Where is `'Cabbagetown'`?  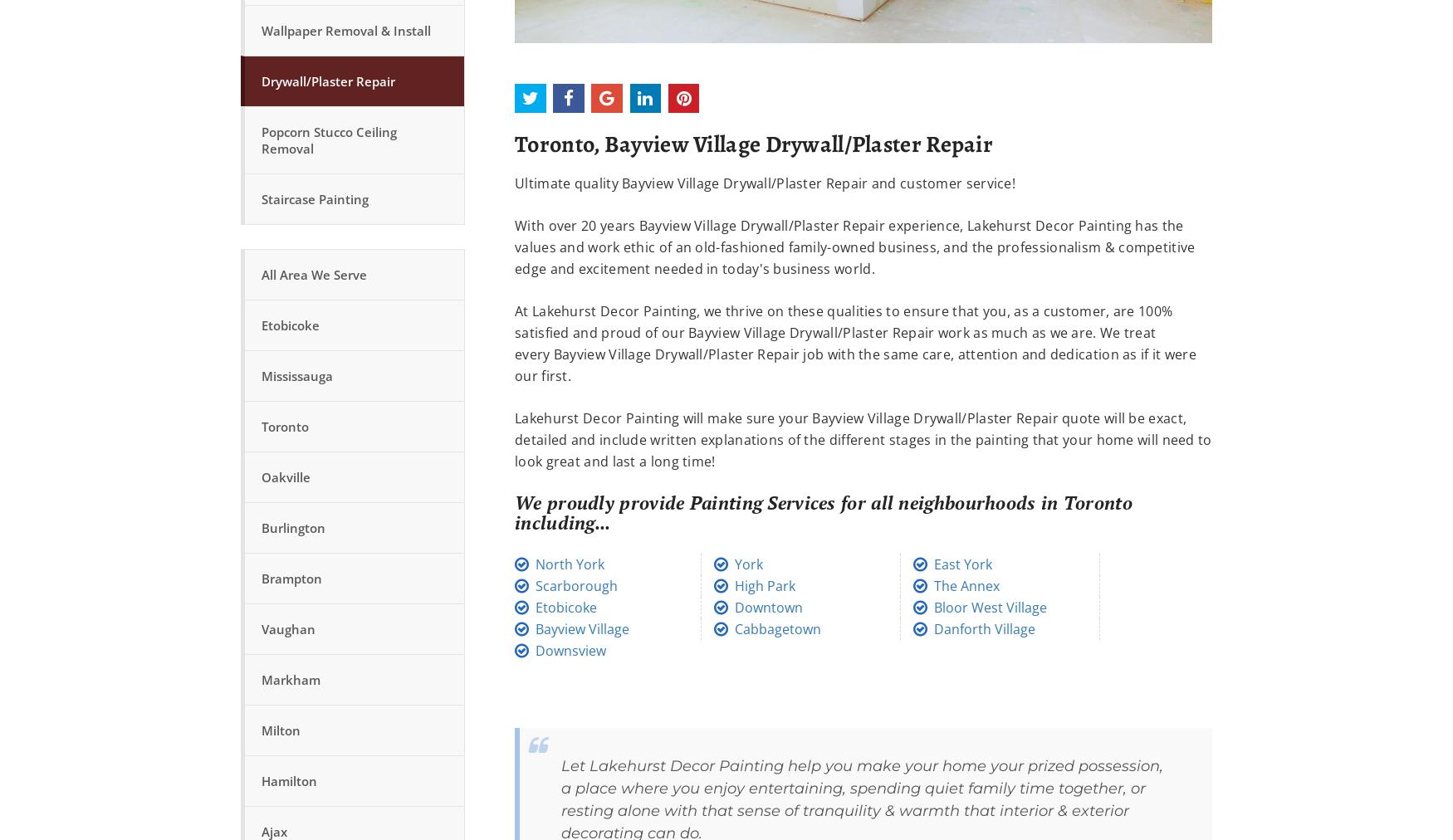 'Cabbagetown' is located at coordinates (776, 628).